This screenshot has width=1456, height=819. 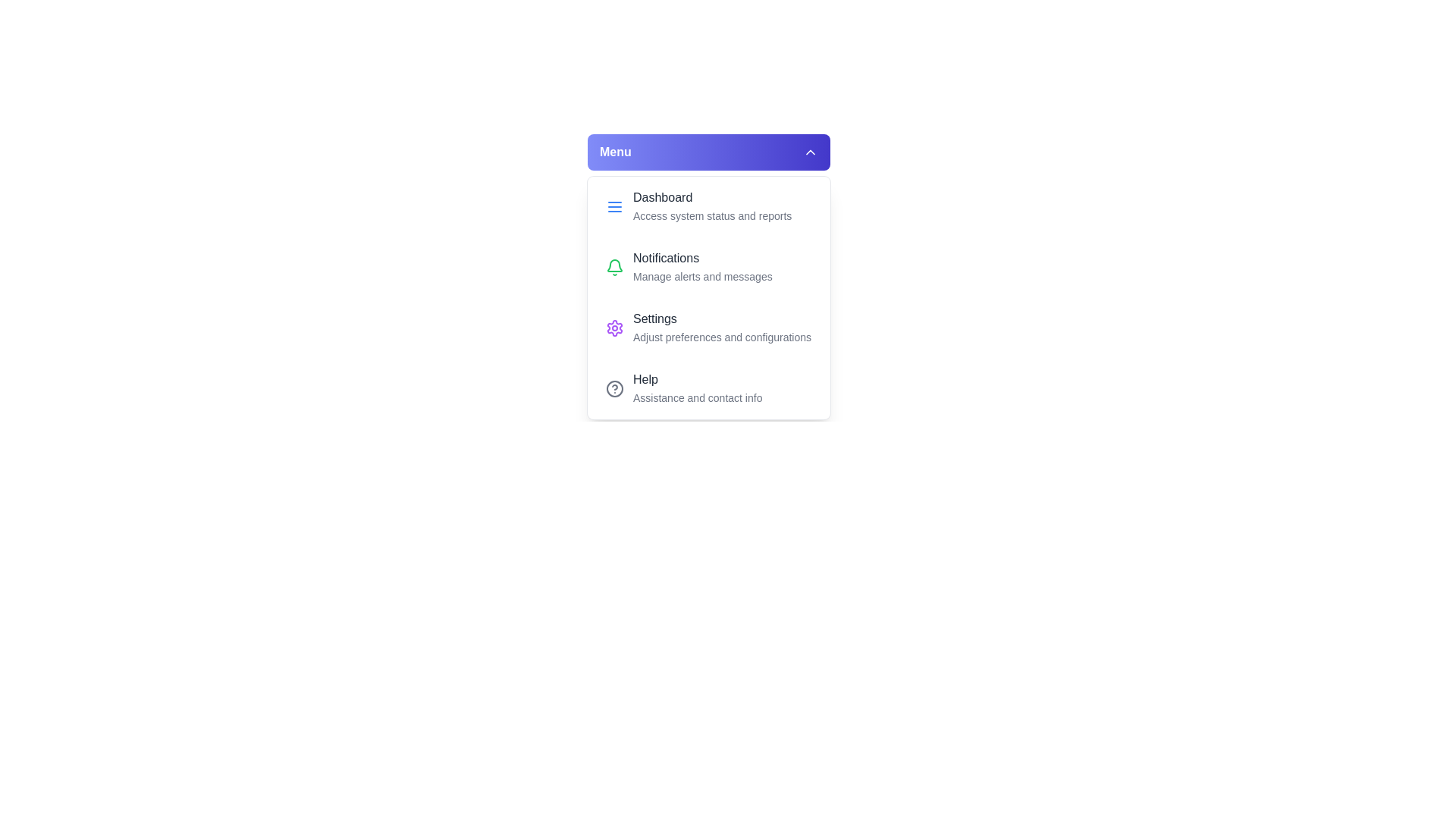 What do you see at coordinates (615, 327) in the screenshot?
I see `the gear-shaped settings icon, which is purple in color and located in the settings menu, positioned to the left of the label 'Settings'` at bounding box center [615, 327].